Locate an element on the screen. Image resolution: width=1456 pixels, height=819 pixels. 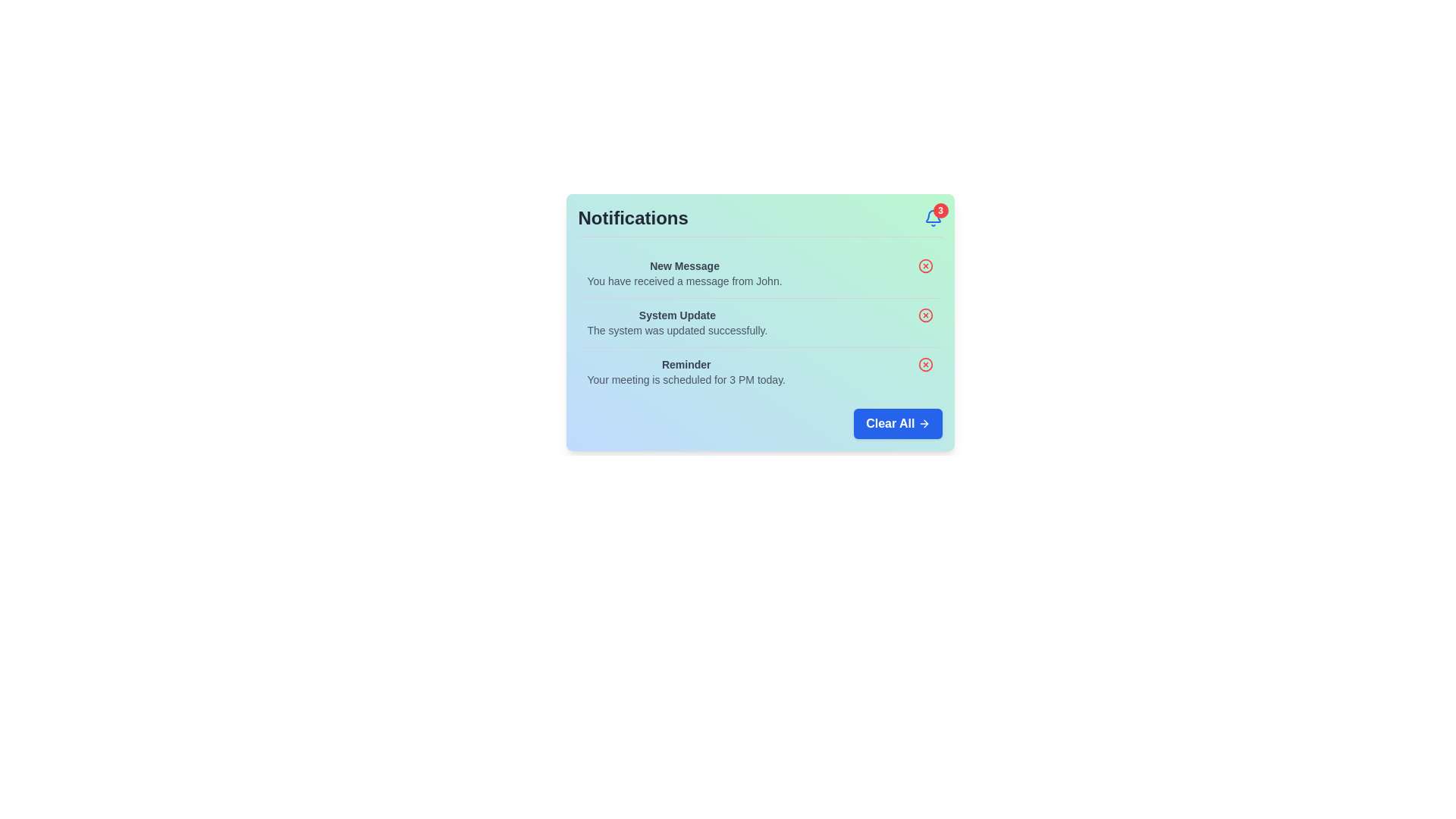
the Notification Indicator located in the top-right corner next to the 'Notifications' title, which indicates three pending notifications is located at coordinates (932, 218).